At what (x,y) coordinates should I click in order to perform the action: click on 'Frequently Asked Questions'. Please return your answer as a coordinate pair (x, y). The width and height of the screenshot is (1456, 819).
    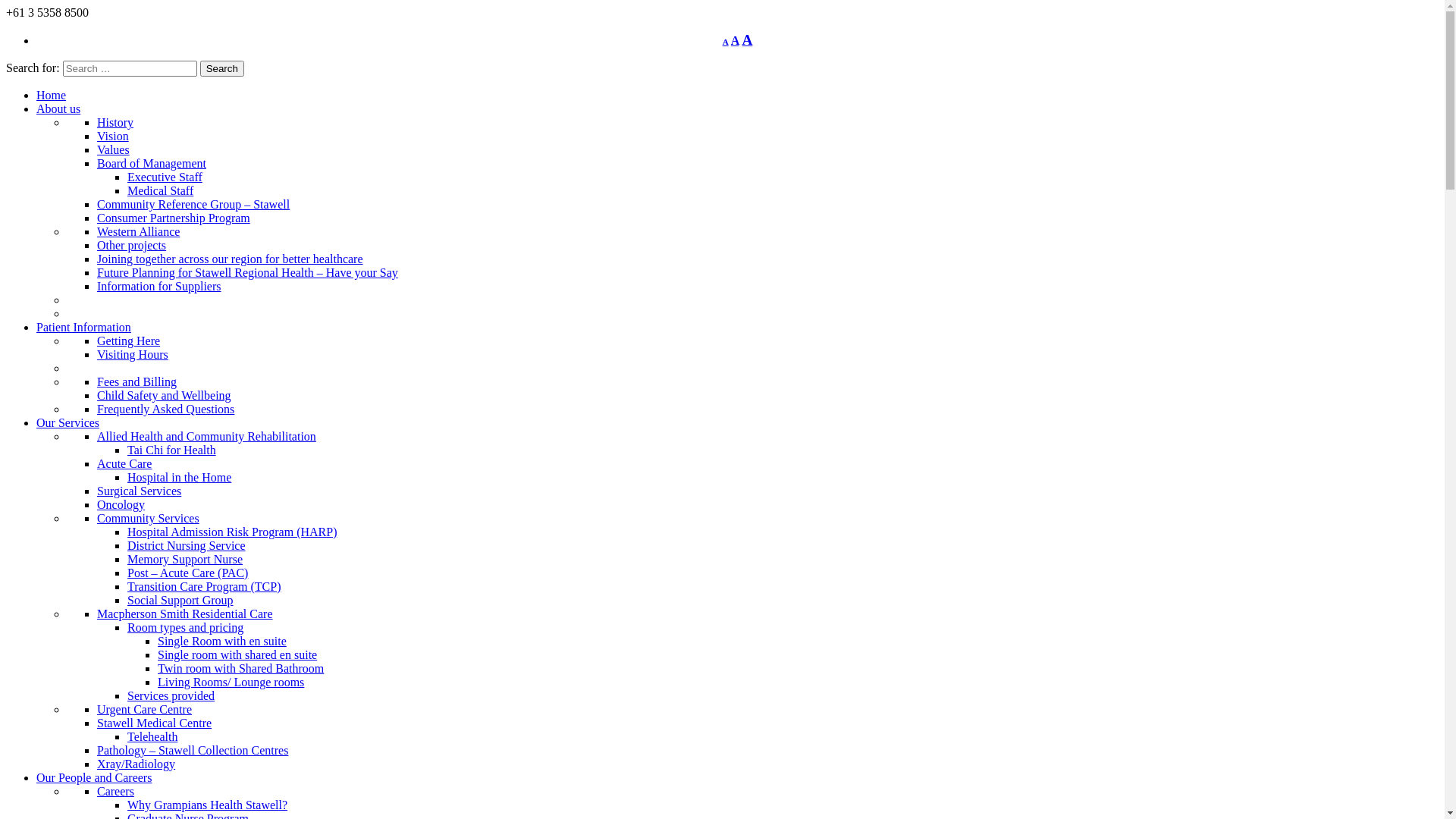
    Looking at the image, I should click on (165, 408).